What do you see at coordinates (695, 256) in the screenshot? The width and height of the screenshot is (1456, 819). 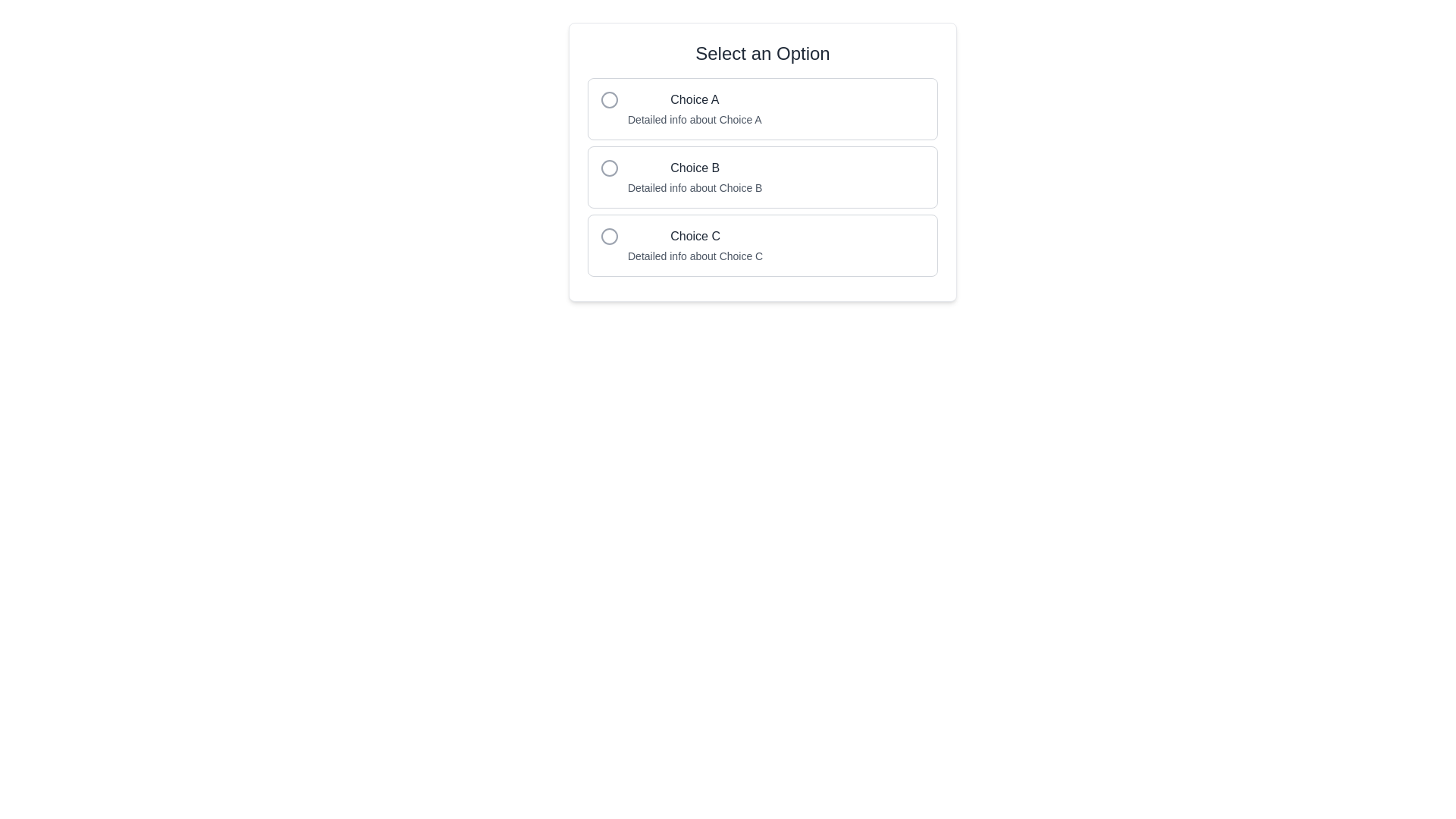 I see `the text snippet that says 'Detailed info about Choice C', which is styled in light gray and located below the 'Choice C' label in the third selectable option box` at bounding box center [695, 256].